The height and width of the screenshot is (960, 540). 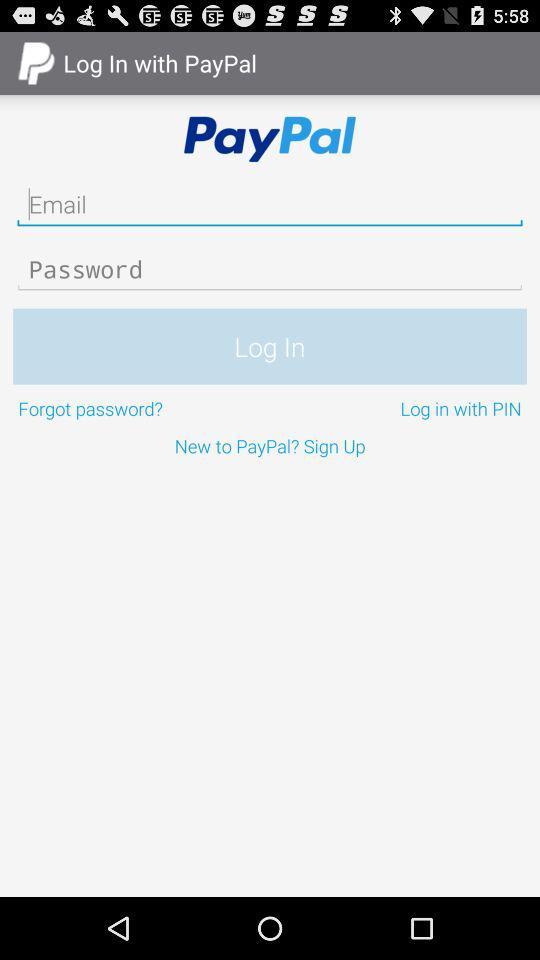 What do you see at coordinates (270, 445) in the screenshot?
I see `new to paypal item` at bounding box center [270, 445].